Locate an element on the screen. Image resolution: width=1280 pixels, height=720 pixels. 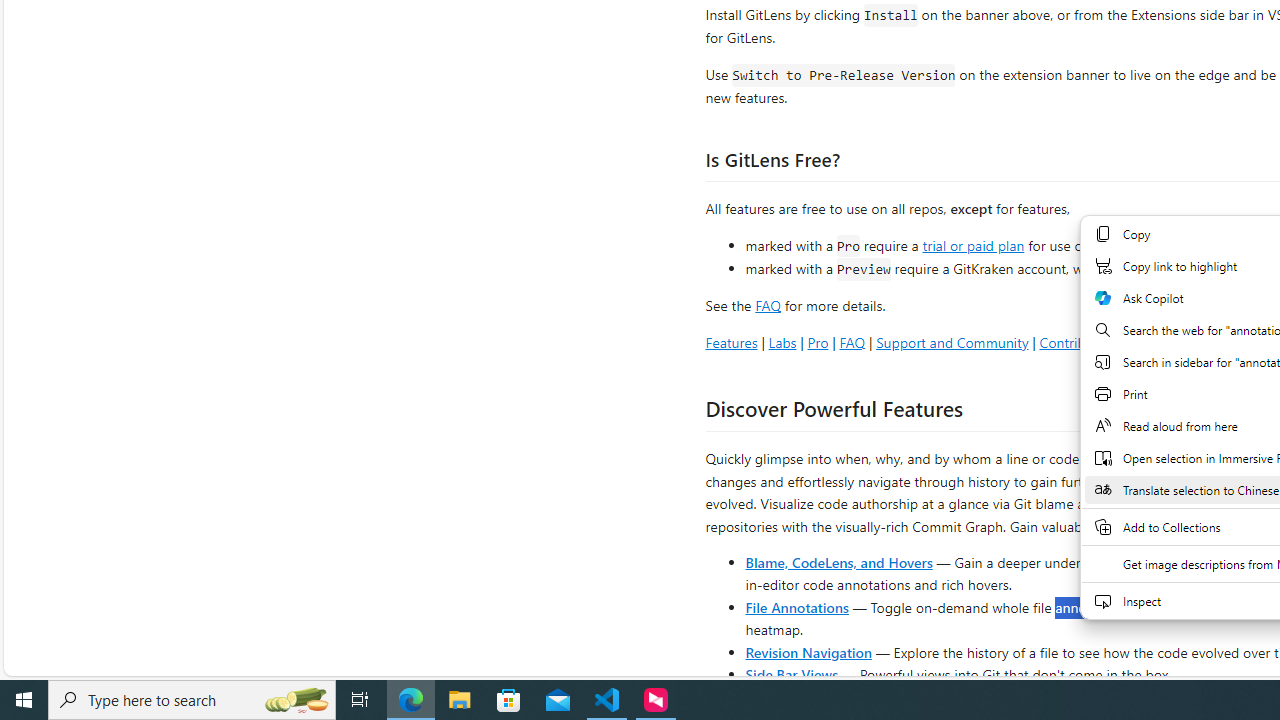
'Labs' is located at coordinates (781, 341).